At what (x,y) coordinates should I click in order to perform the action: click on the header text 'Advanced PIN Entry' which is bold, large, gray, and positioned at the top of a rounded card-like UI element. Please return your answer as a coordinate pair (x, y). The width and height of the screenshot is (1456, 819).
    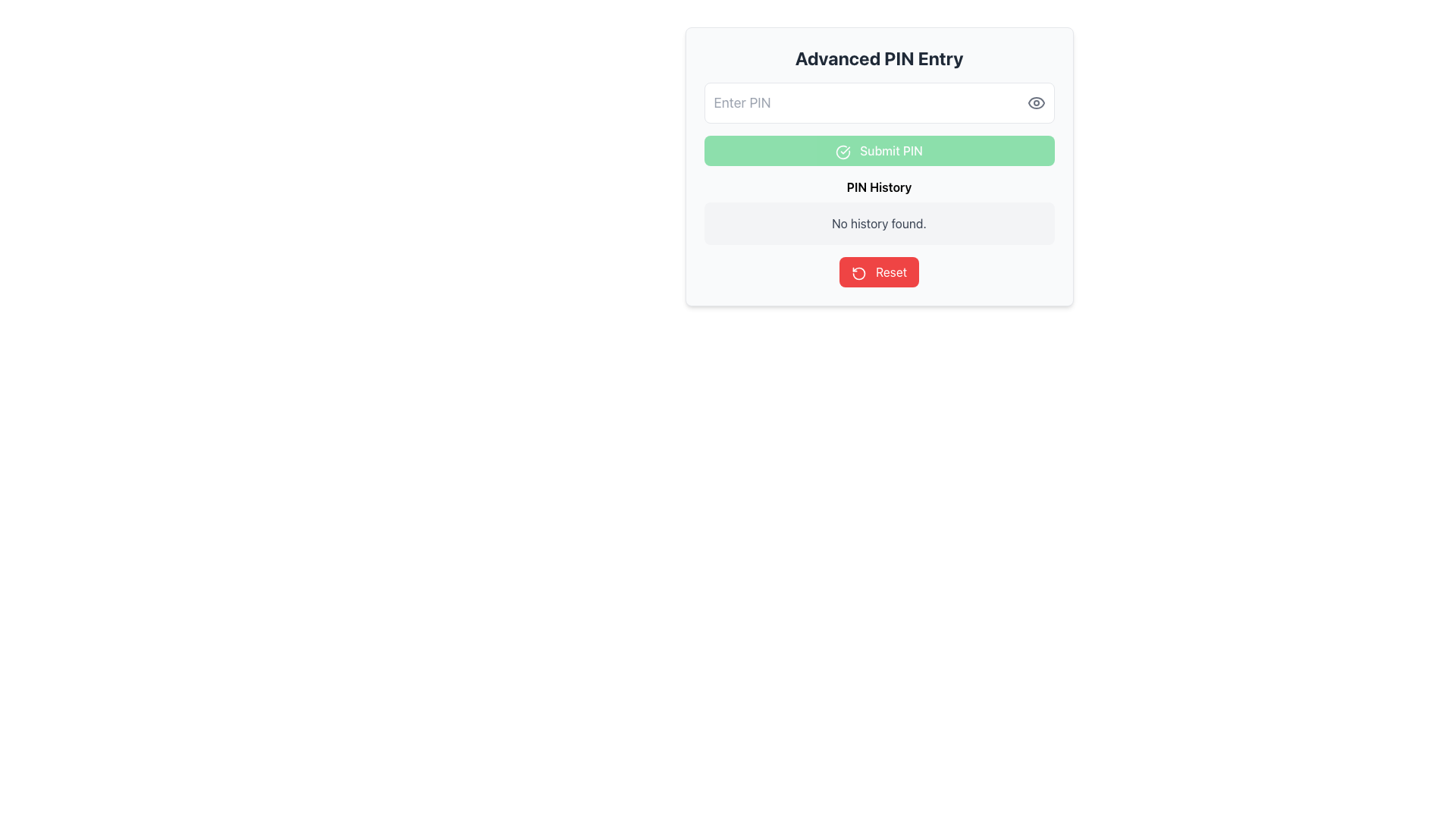
    Looking at the image, I should click on (879, 58).